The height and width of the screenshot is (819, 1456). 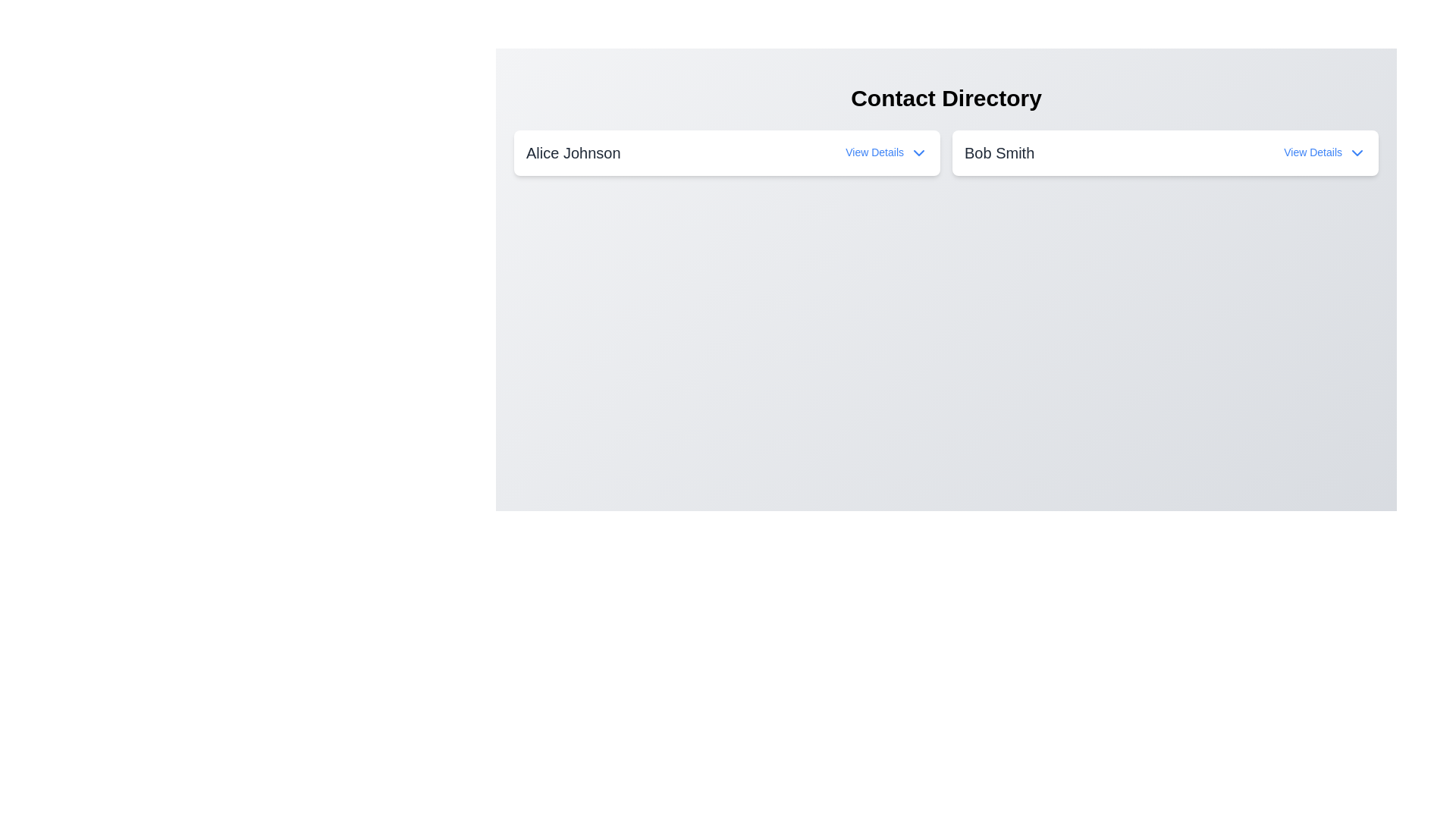 I want to click on the chevron on the contact entry for 'Bob Smith' to reveal additional options, so click(x=1164, y=152).